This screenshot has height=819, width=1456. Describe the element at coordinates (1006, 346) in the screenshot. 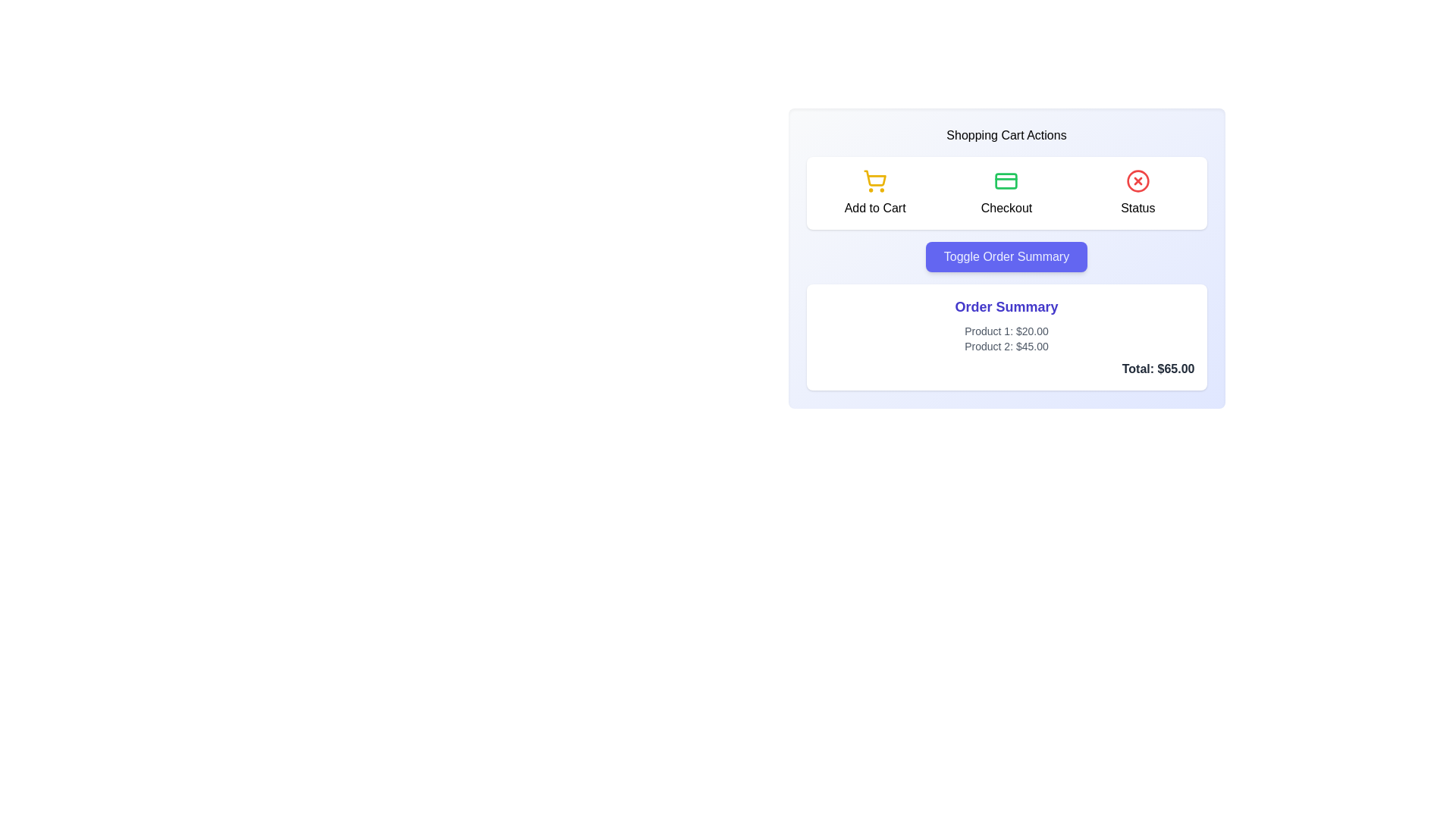

I see `the text label displaying 'Product 2: $45.00' in the Order Summary section` at that location.